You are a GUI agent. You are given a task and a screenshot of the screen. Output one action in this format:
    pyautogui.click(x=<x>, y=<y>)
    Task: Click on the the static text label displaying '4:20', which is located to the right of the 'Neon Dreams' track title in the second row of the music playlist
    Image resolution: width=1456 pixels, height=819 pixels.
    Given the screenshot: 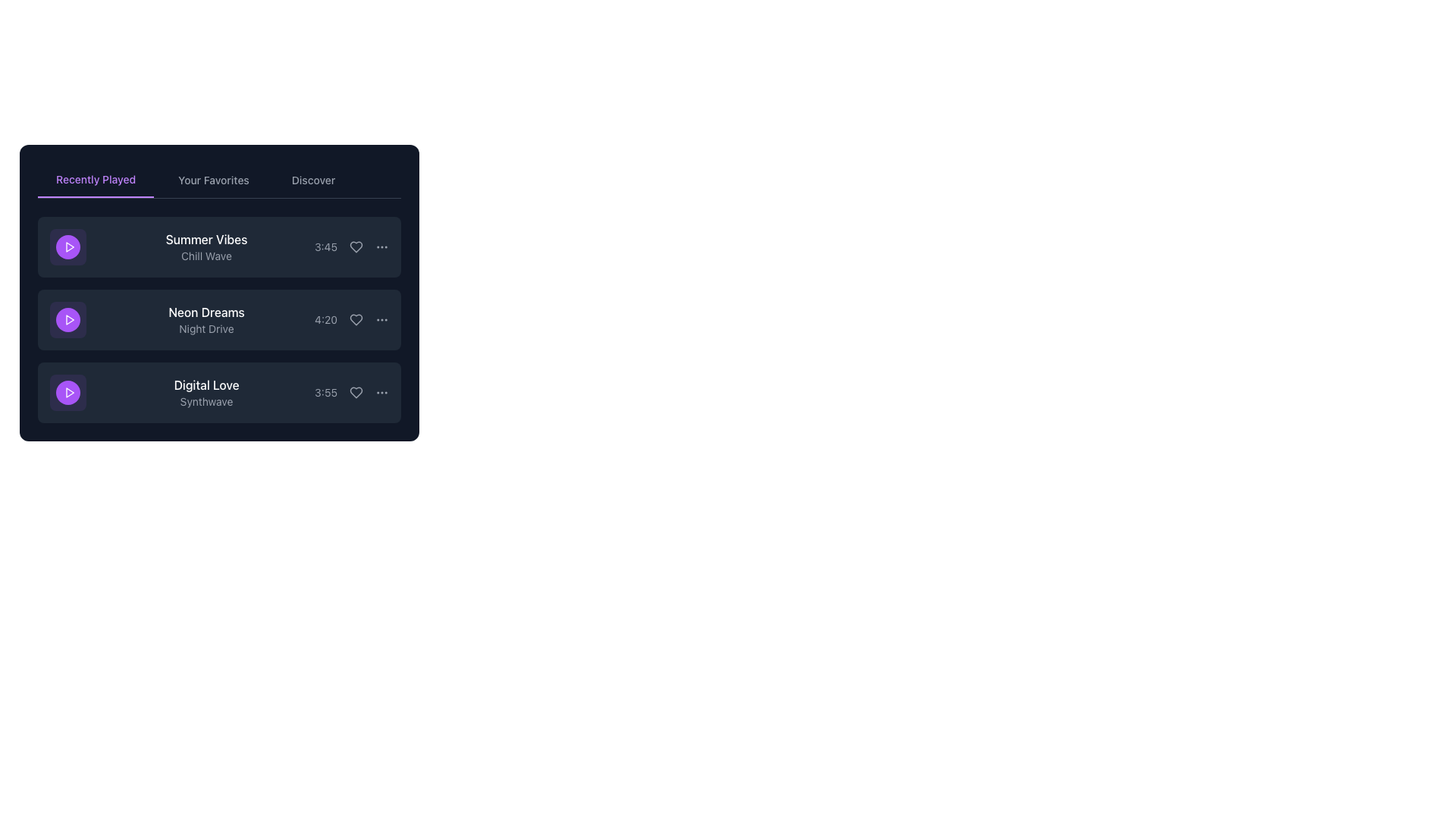 What is the action you would take?
    pyautogui.click(x=325, y=318)
    